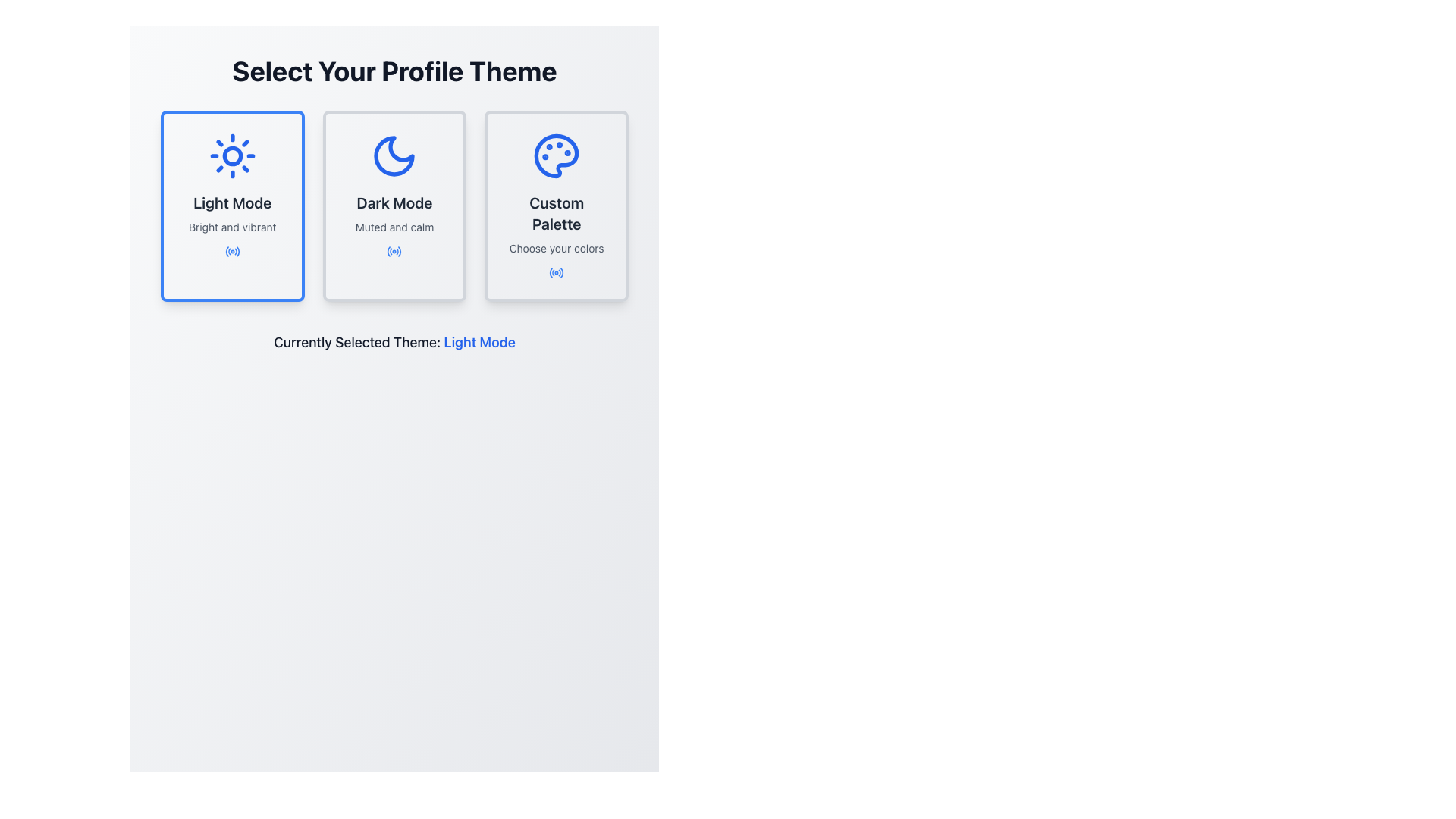  Describe the element at coordinates (394, 342) in the screenshot. I see `the text label that indicates the currently selected theme for the user's profile, which is located below the three theme selection cards` at that location.